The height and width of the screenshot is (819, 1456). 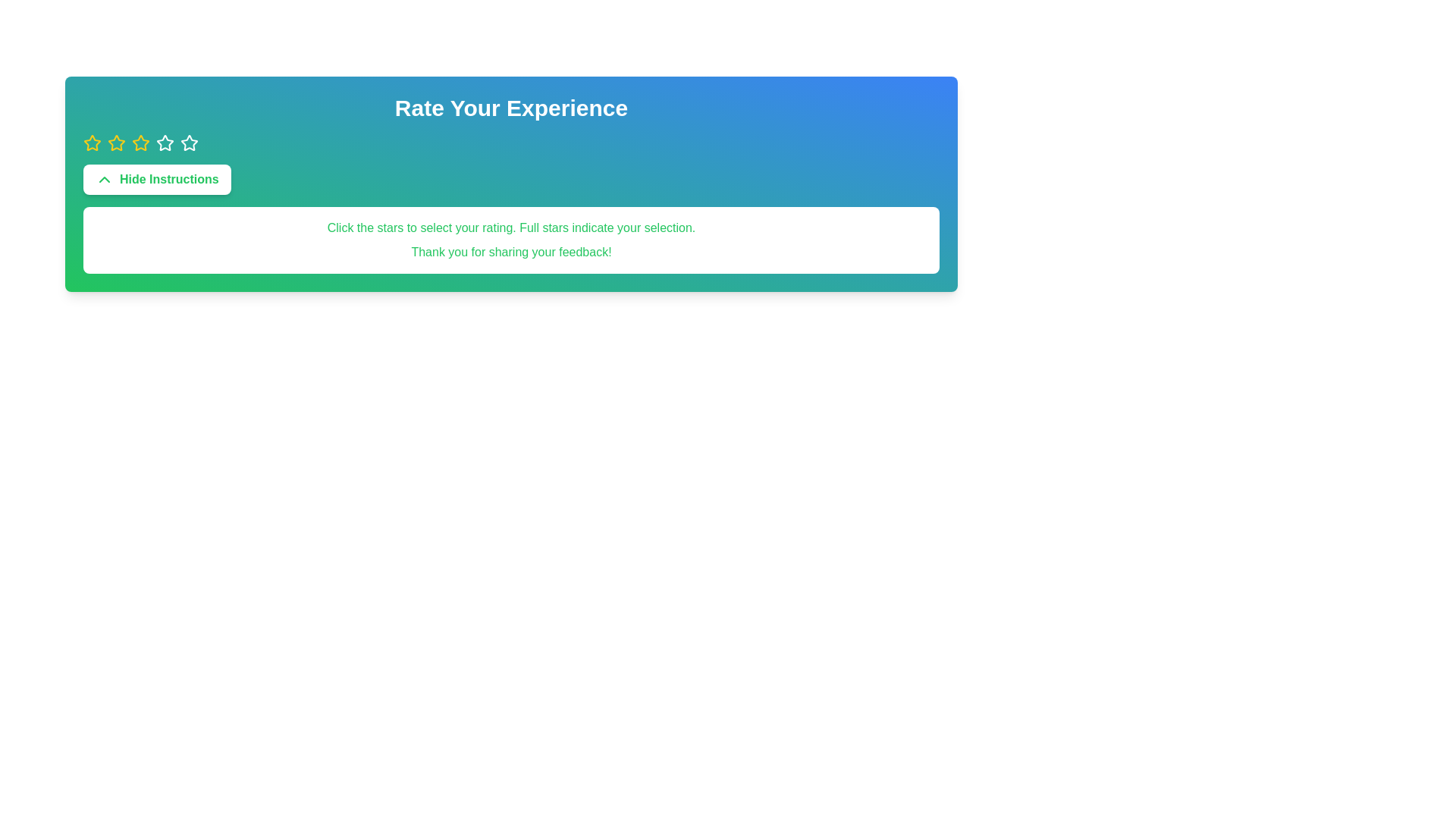 I want to click on the 'Hide Instructions' button, which is a rounded rectangle with a white background and bold green text, located in the 'Rate Your Experience' section, so click(x=157, y=178).